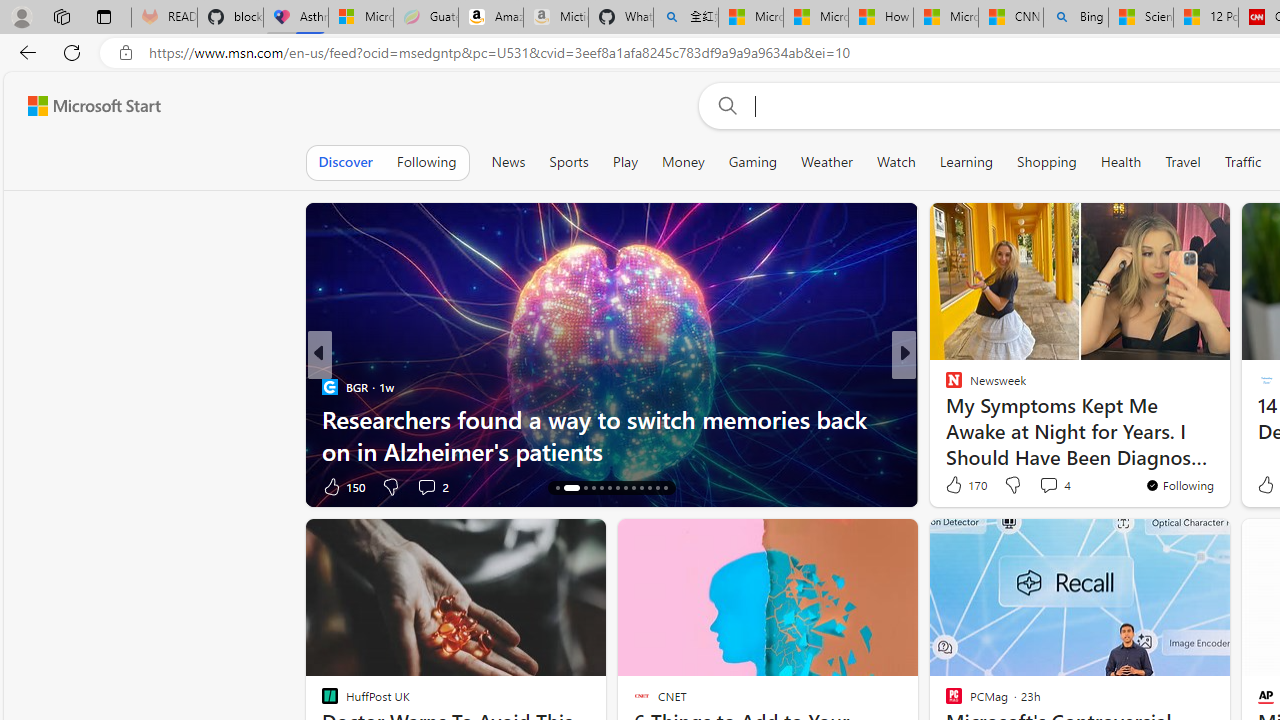 Image resolution: width=1280 pixels, height=720 pixels. I want to click on 'View comments 5 Comment', so click(1040, 486).